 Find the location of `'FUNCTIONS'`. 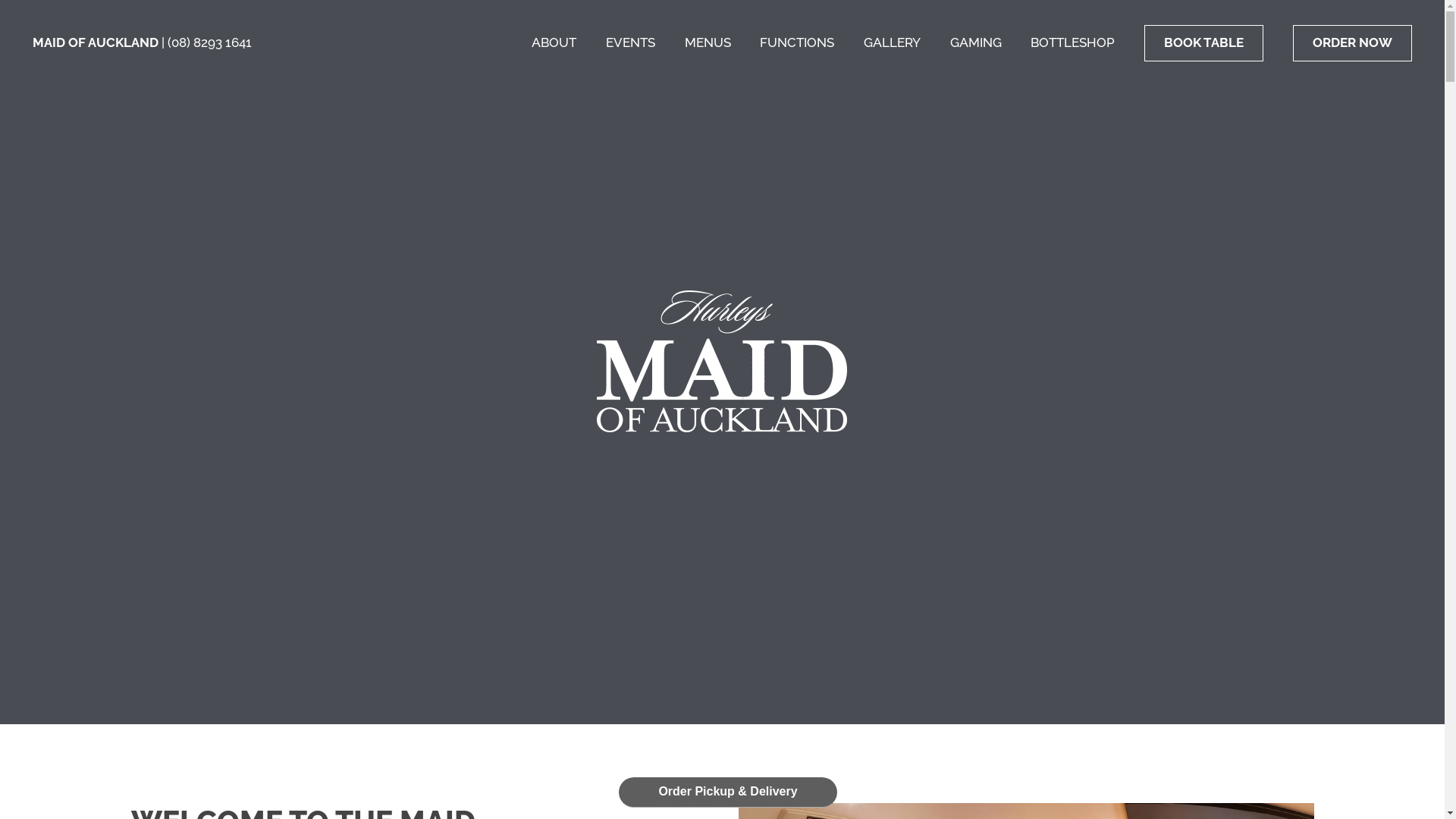

'FUNCTIONS' is located at coordinates (760, 42).